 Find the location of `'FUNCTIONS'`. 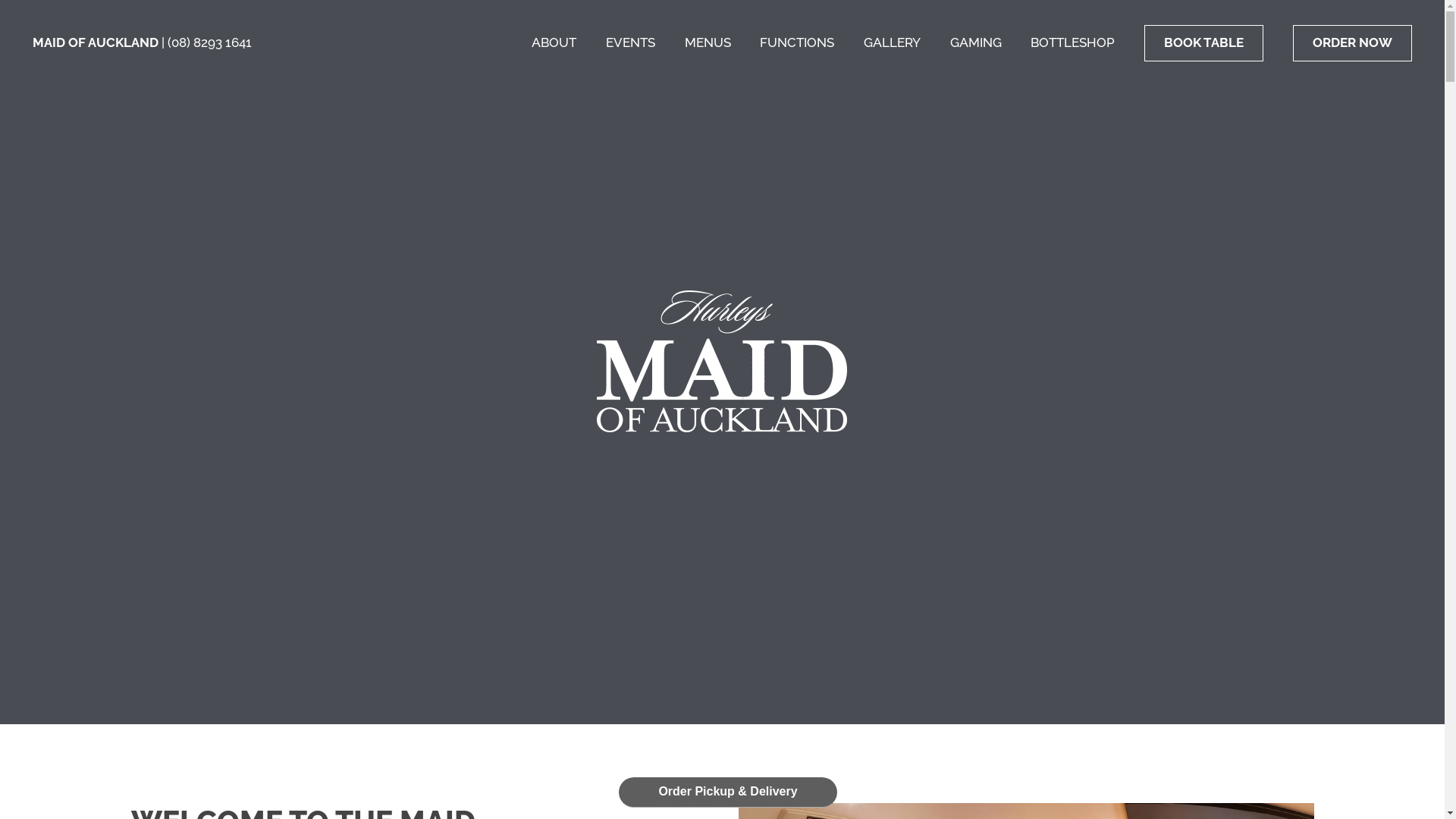

'FUNCTIONS' is located at coordinates (760, 42).